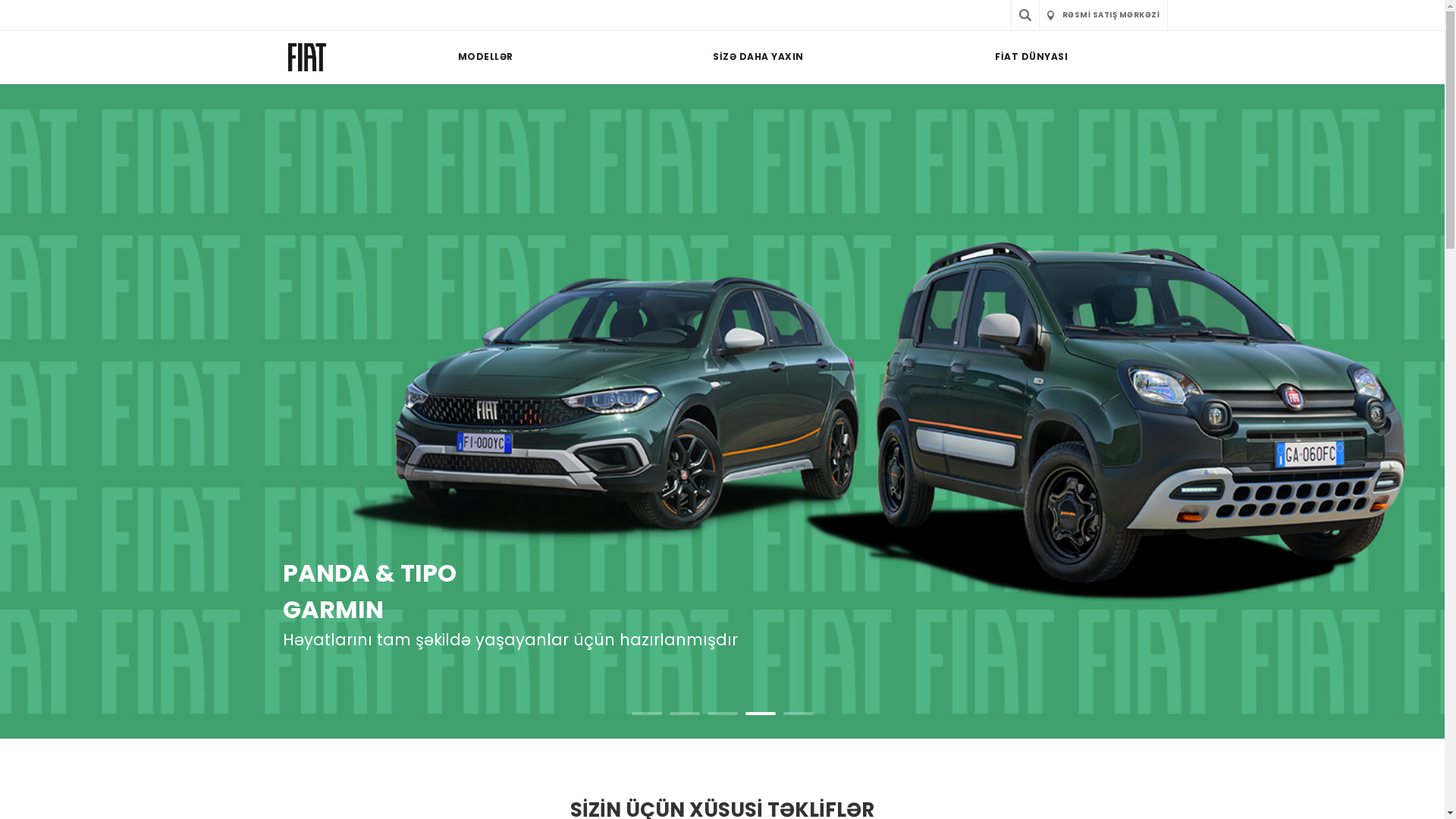  I want to click on '4', so click(760, 714).